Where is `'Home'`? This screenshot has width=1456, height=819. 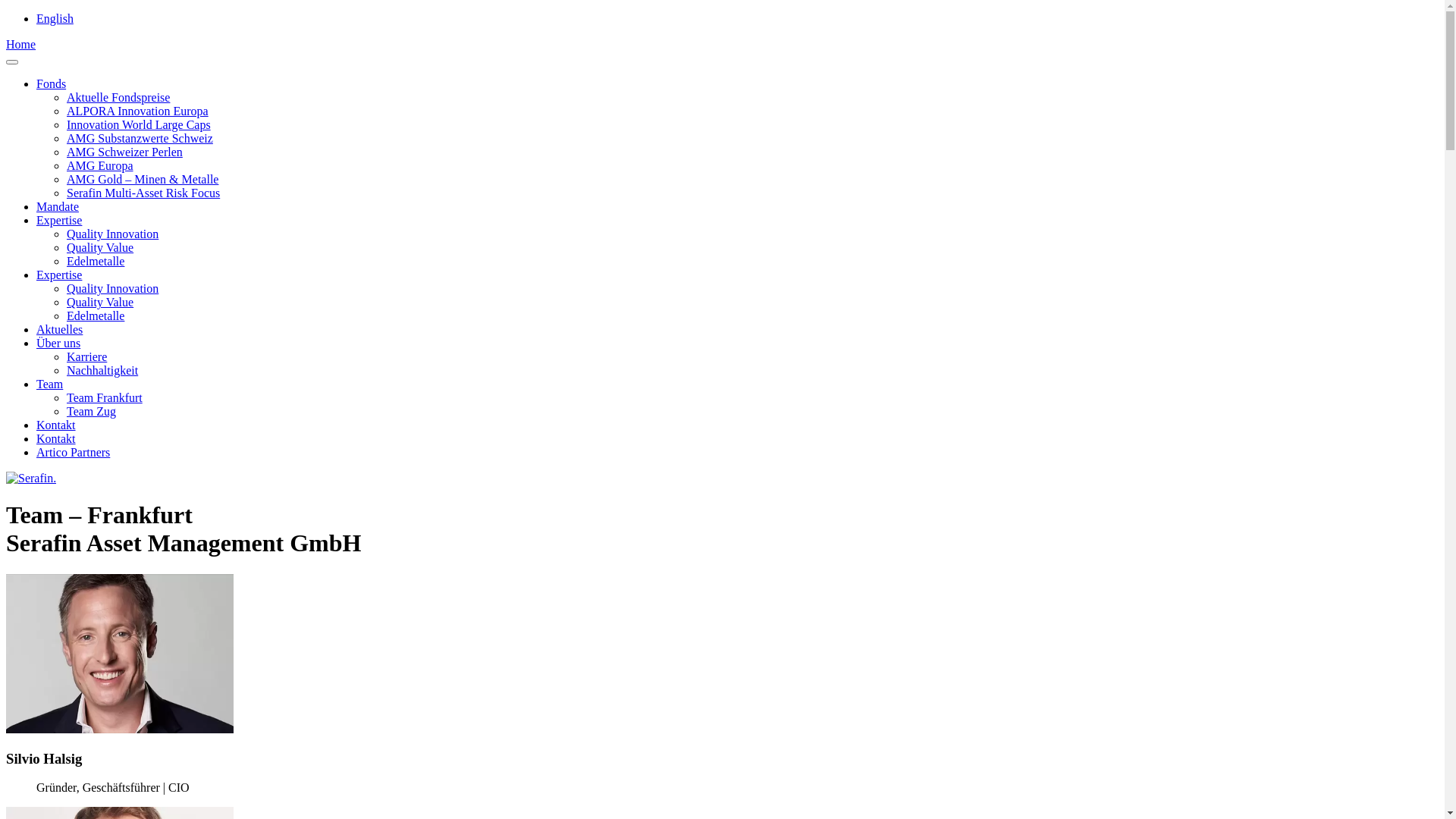 'Home' is located at coordinates (20, 43).